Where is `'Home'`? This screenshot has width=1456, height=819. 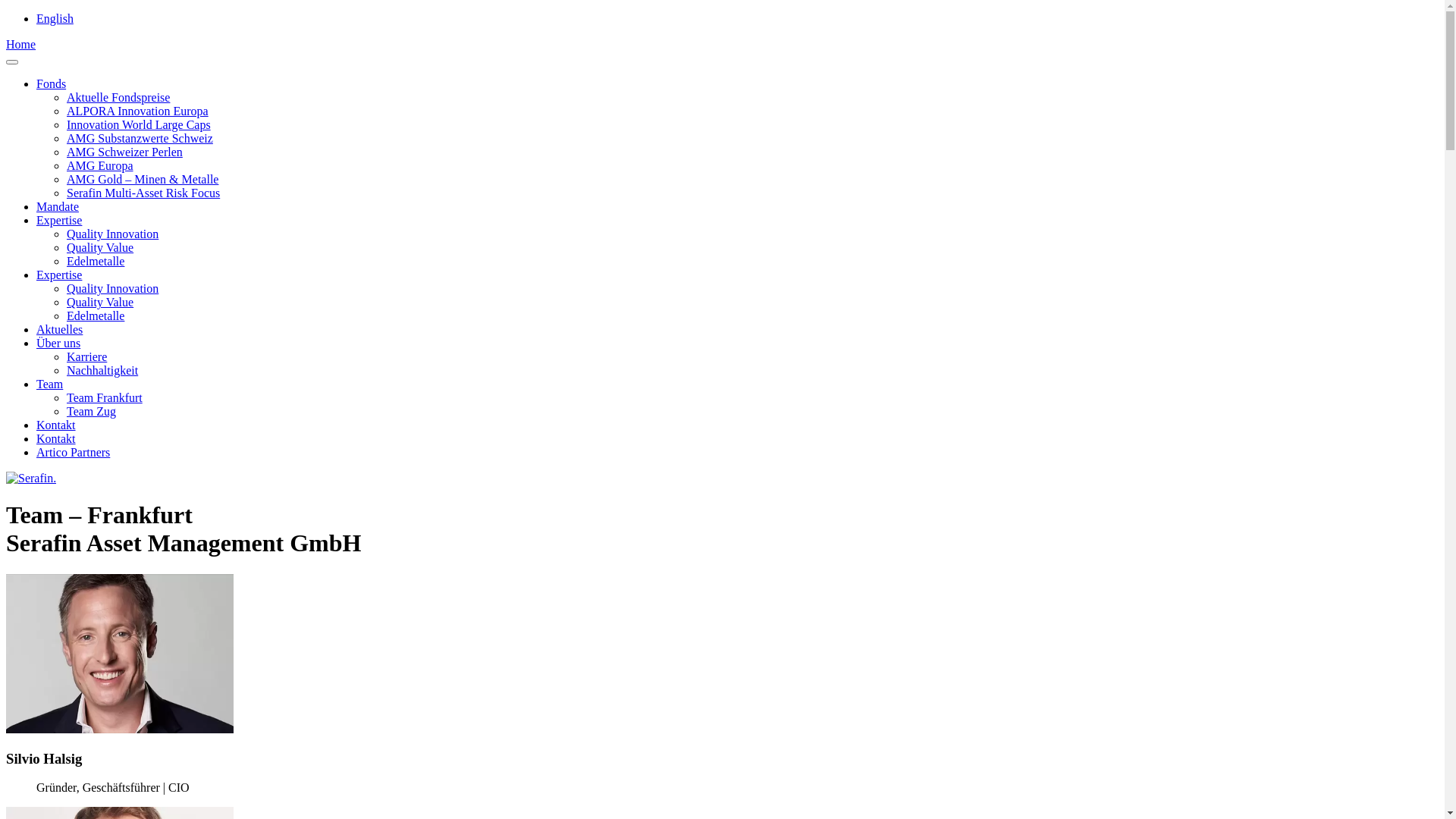 'Home' is located at coordinates (20, 43).